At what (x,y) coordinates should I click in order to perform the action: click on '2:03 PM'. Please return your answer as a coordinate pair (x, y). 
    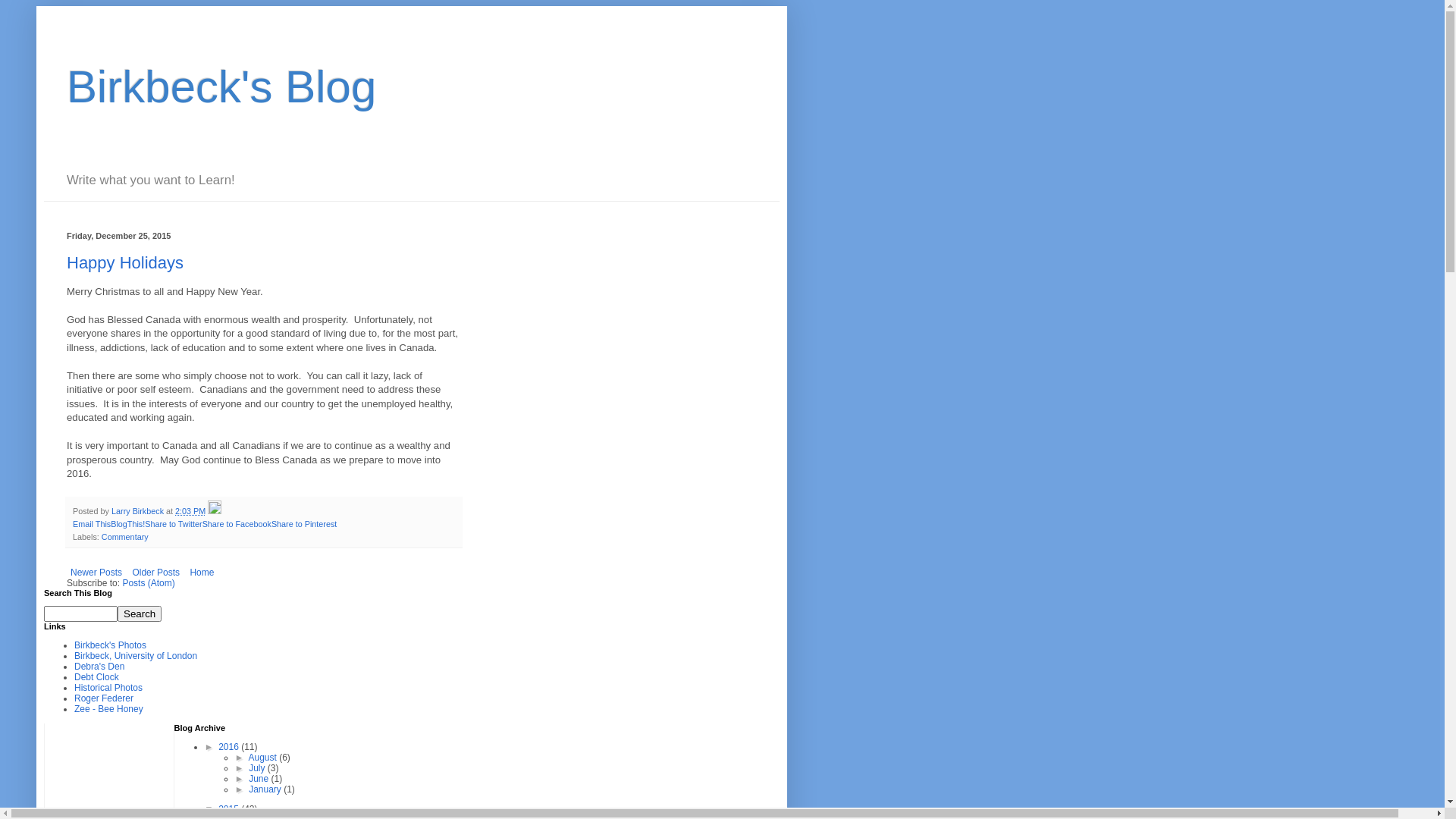
    Looking at the image, I should click on (189, 511).